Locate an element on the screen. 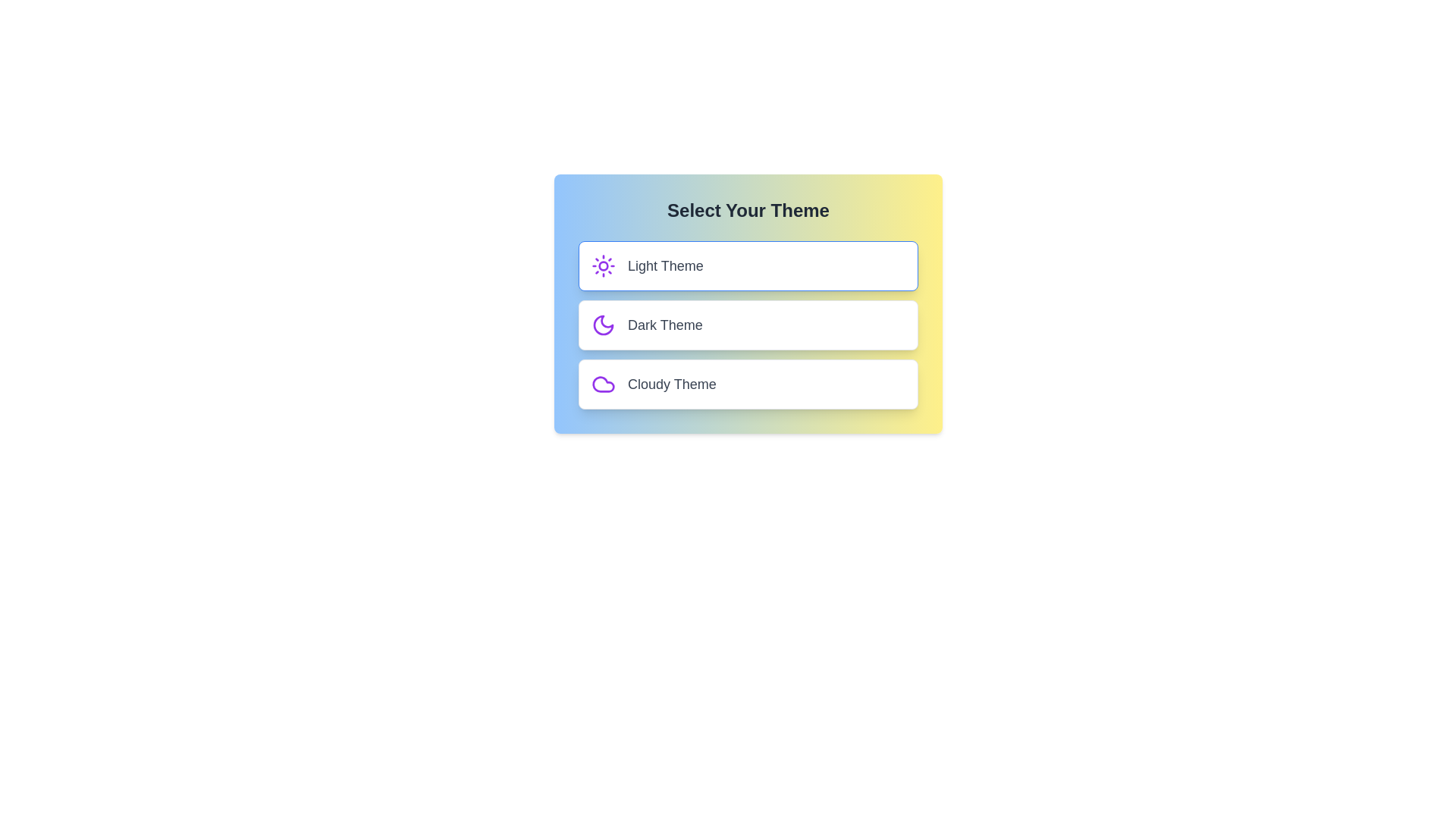  the 'Cloudy Theme' icon, which is located to the left of the 'Cloudy Theme' label in the selectable themes list is located at coordinates (603, 383).